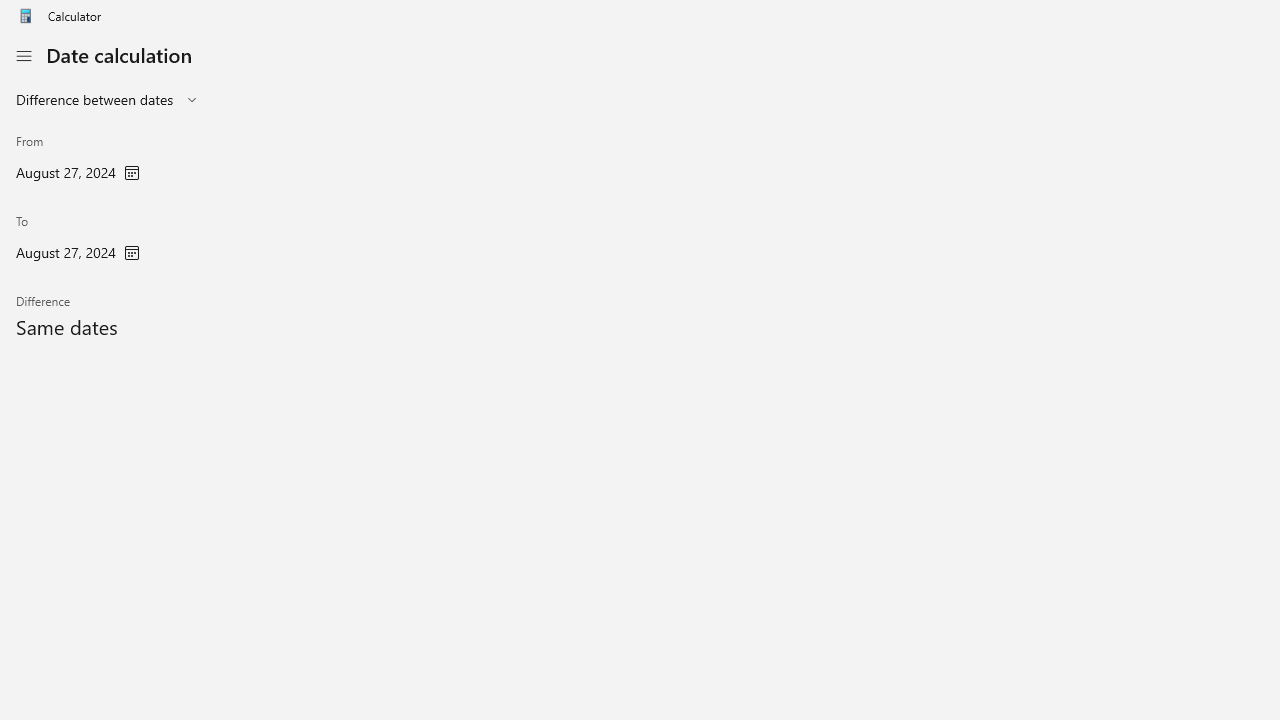 Image resolution: width=1280 pixels, height=720 pixels. I want to click on 'Difference between dates', so click(93, 99).